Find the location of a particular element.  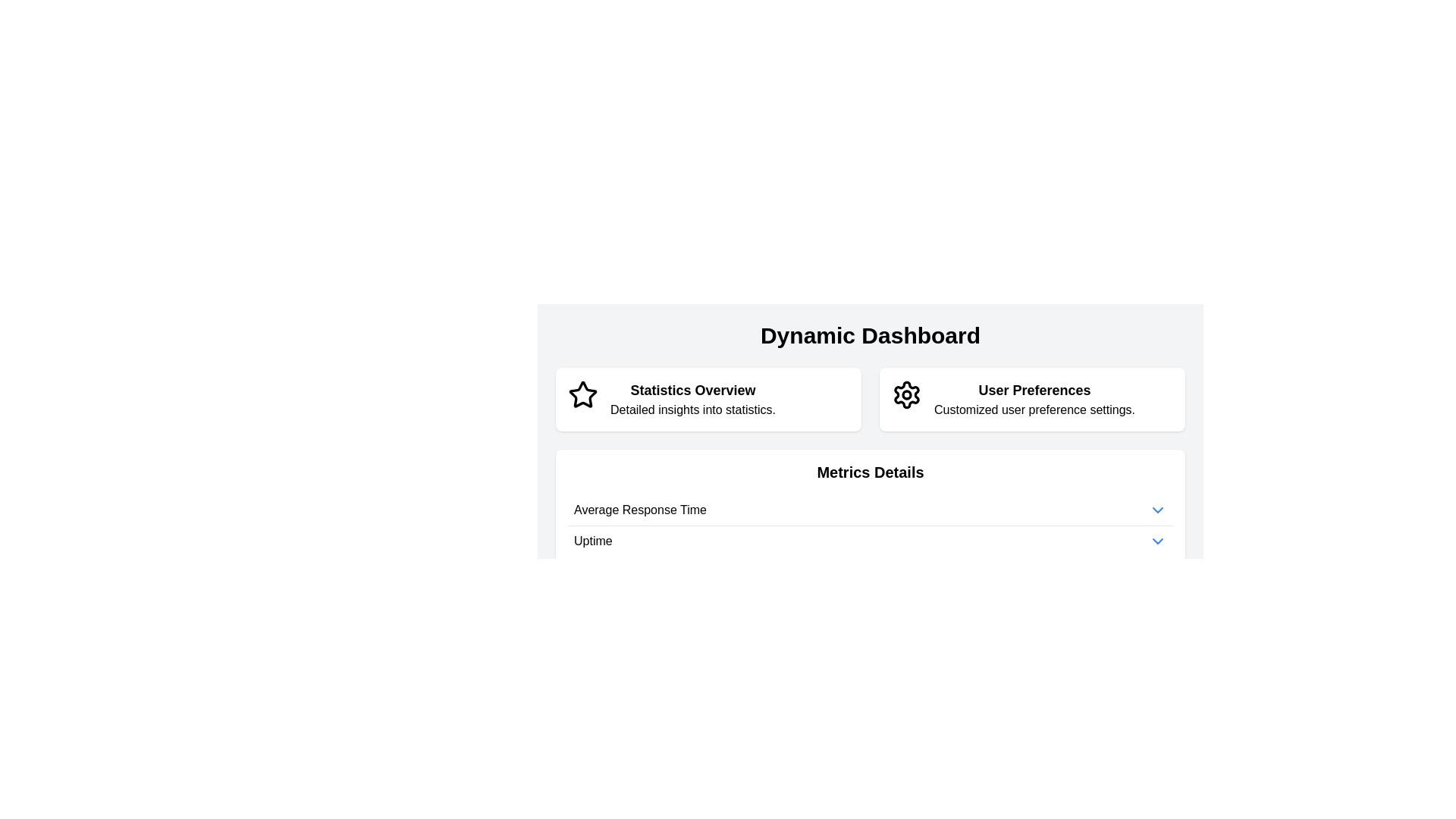

text label header that introduces the section focusing on statistical data, located above the subtitle 'Detailed insights into statistics.' is located at coordinates (692, 390).